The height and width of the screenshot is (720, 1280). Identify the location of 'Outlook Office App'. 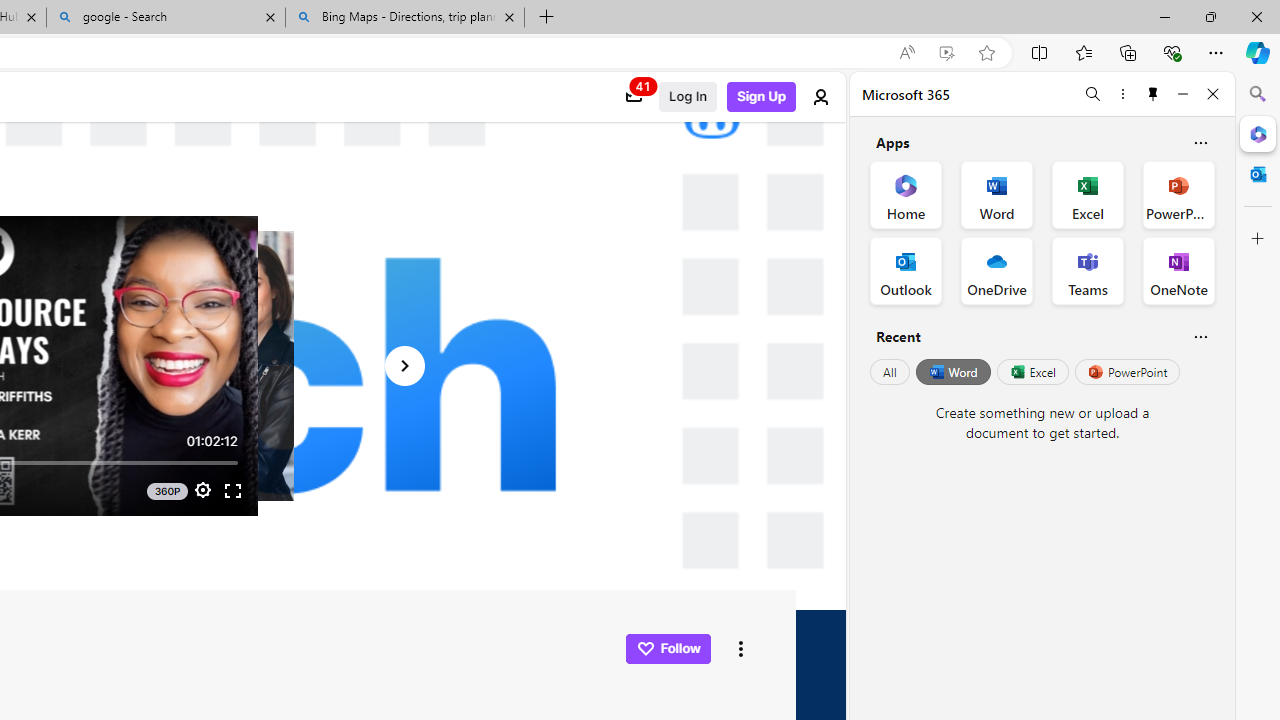
(905, 271).